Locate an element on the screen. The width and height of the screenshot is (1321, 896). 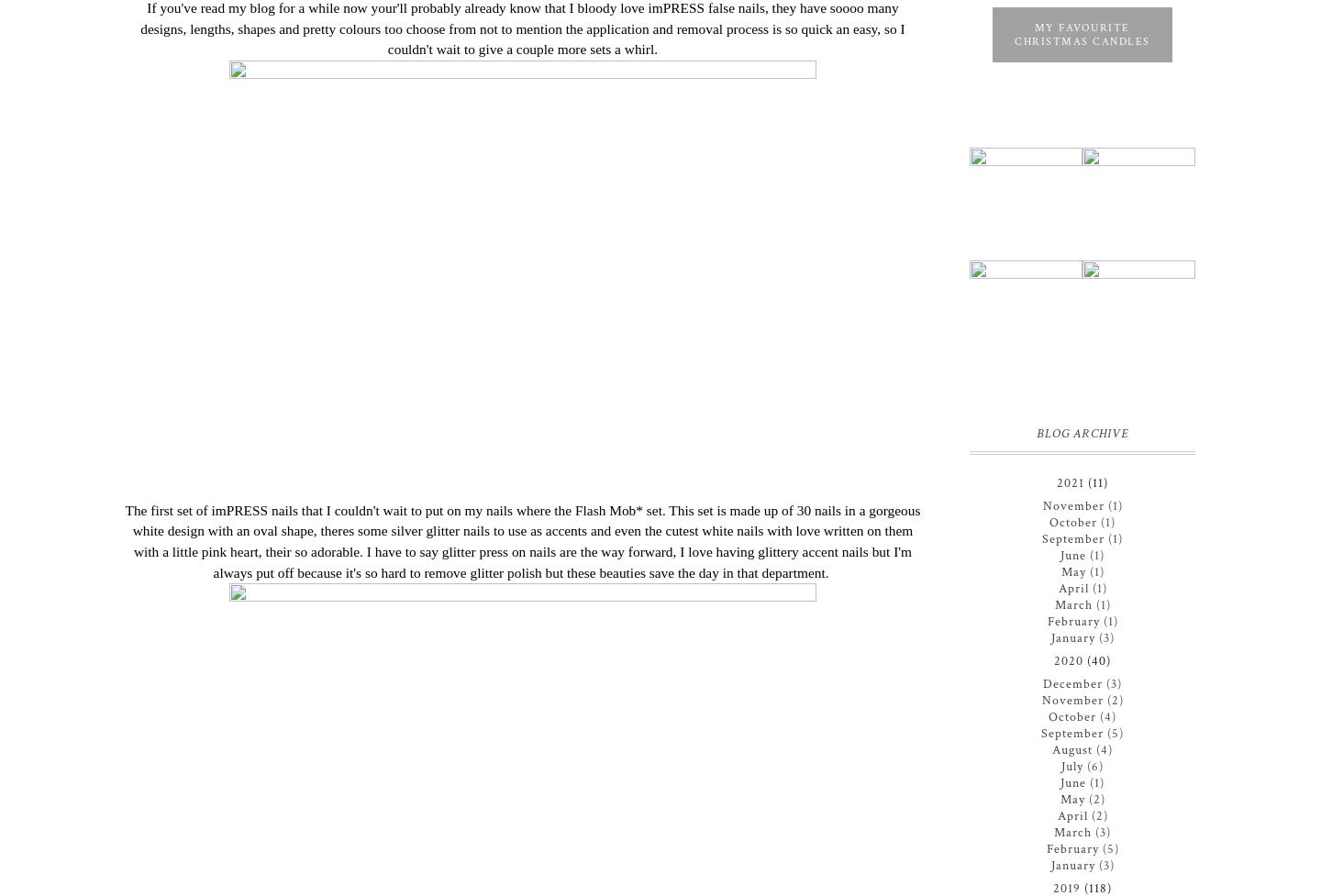
'Flash Mob* set.' is located at coordinates (573, 508).